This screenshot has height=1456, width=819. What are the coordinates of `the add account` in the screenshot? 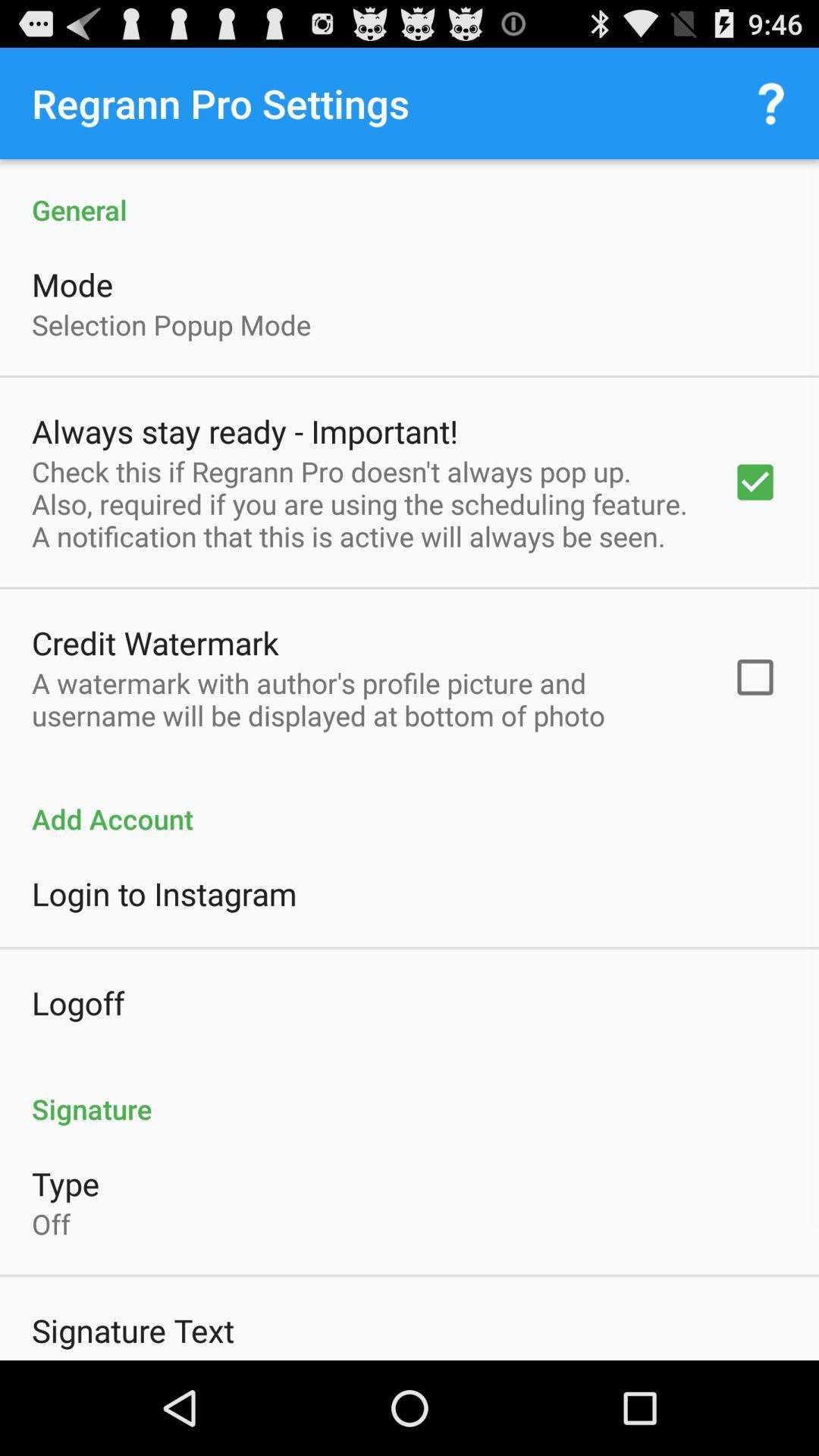 It's located at (409, 802).